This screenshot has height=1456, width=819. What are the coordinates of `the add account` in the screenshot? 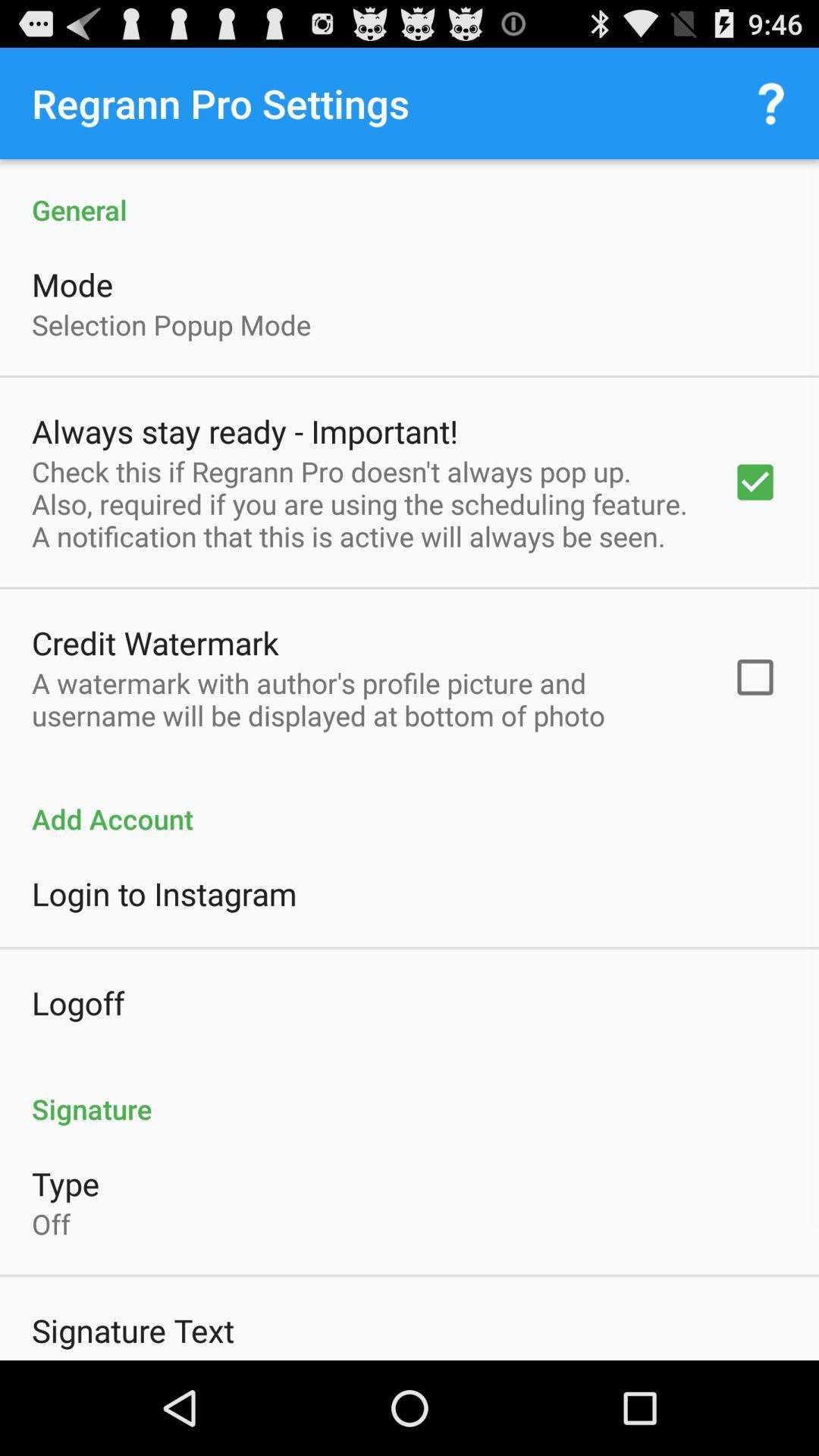 It's located at (409, 802).